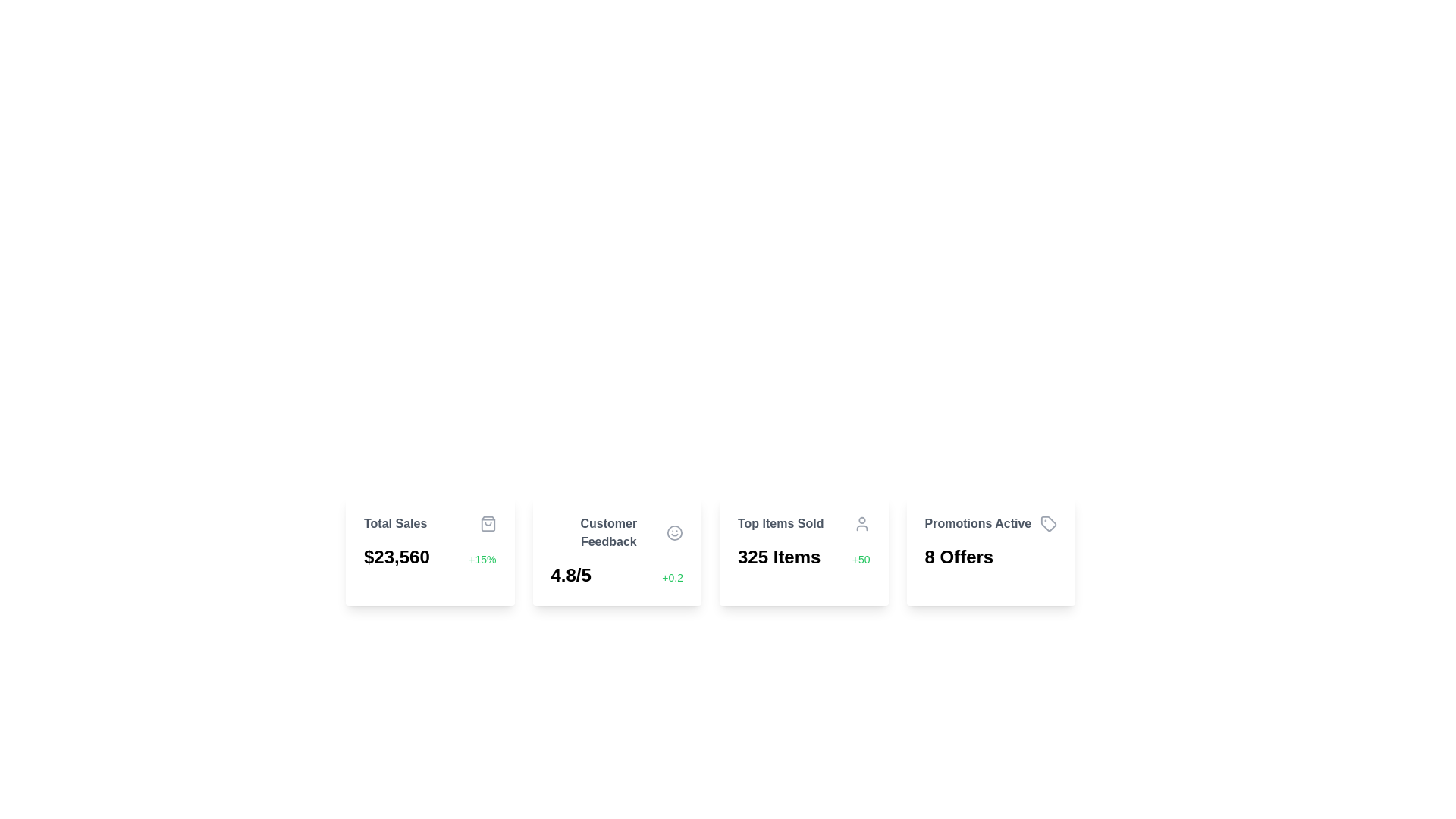  I want to click on the shopping bag icon, which is a simplistic vector graphic located within the 'Total Sales' card at the top-left of the dashboard layout, so click(488, 522).